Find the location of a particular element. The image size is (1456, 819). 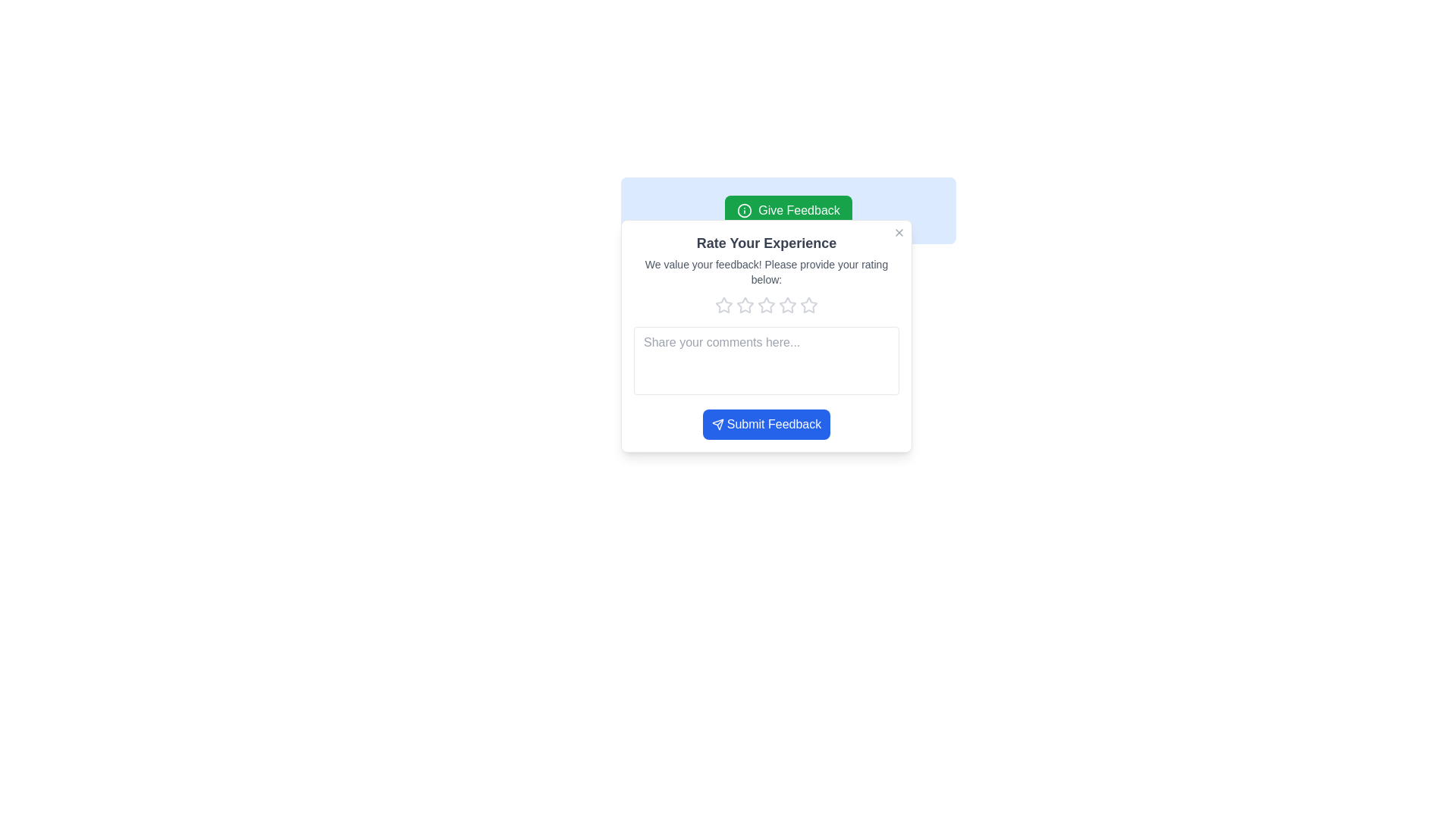

the fifth star rating icon in the 5-star rating system is located at coordinates (808, 305).